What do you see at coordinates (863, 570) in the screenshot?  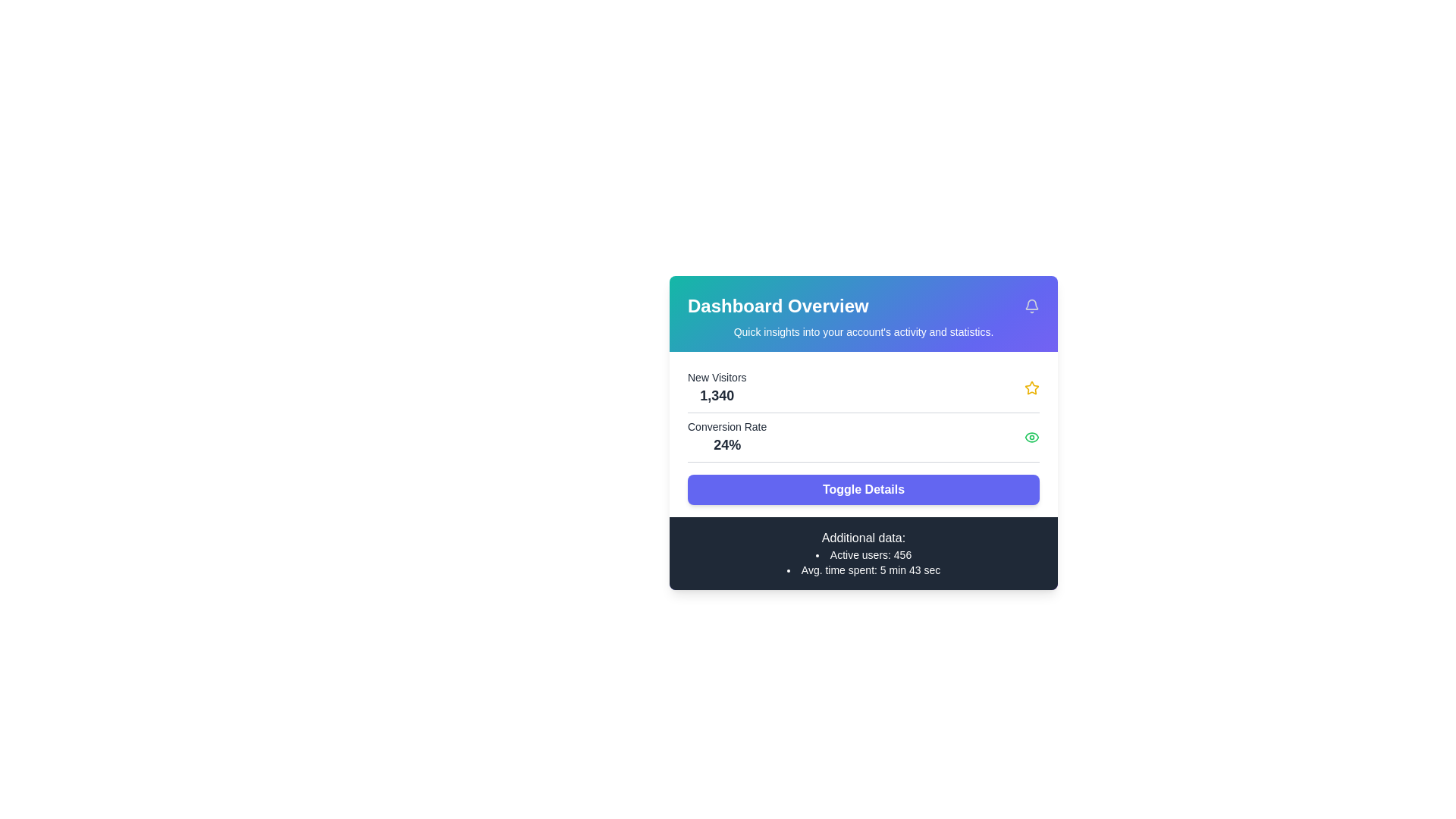 I see `the text label displaying the average time users have spent, located below the 'Active users: 456' item` at bounding box center [863, 570].